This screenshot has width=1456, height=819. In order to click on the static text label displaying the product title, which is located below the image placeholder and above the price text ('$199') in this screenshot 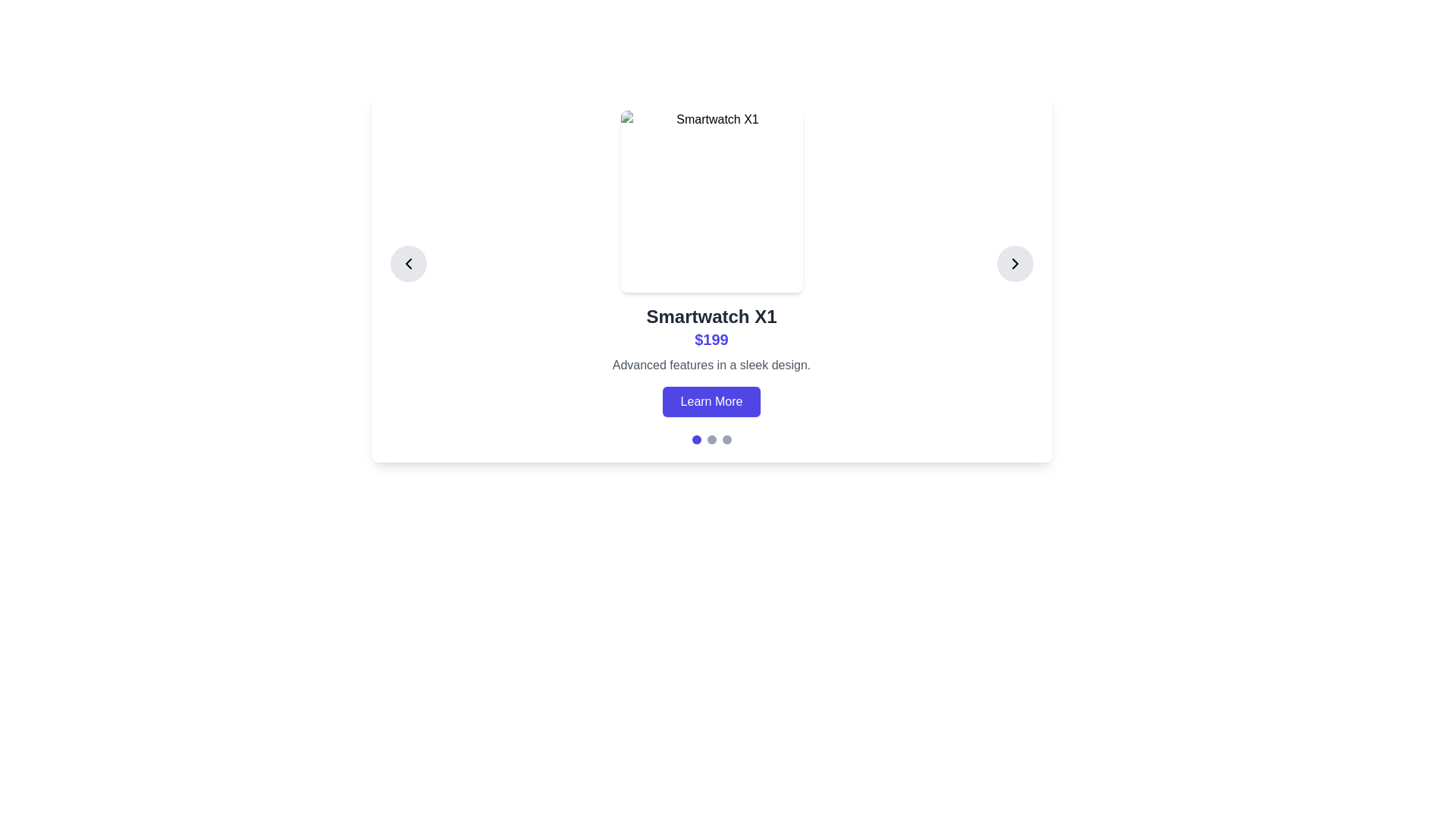, I will do `click(711, 315)`.